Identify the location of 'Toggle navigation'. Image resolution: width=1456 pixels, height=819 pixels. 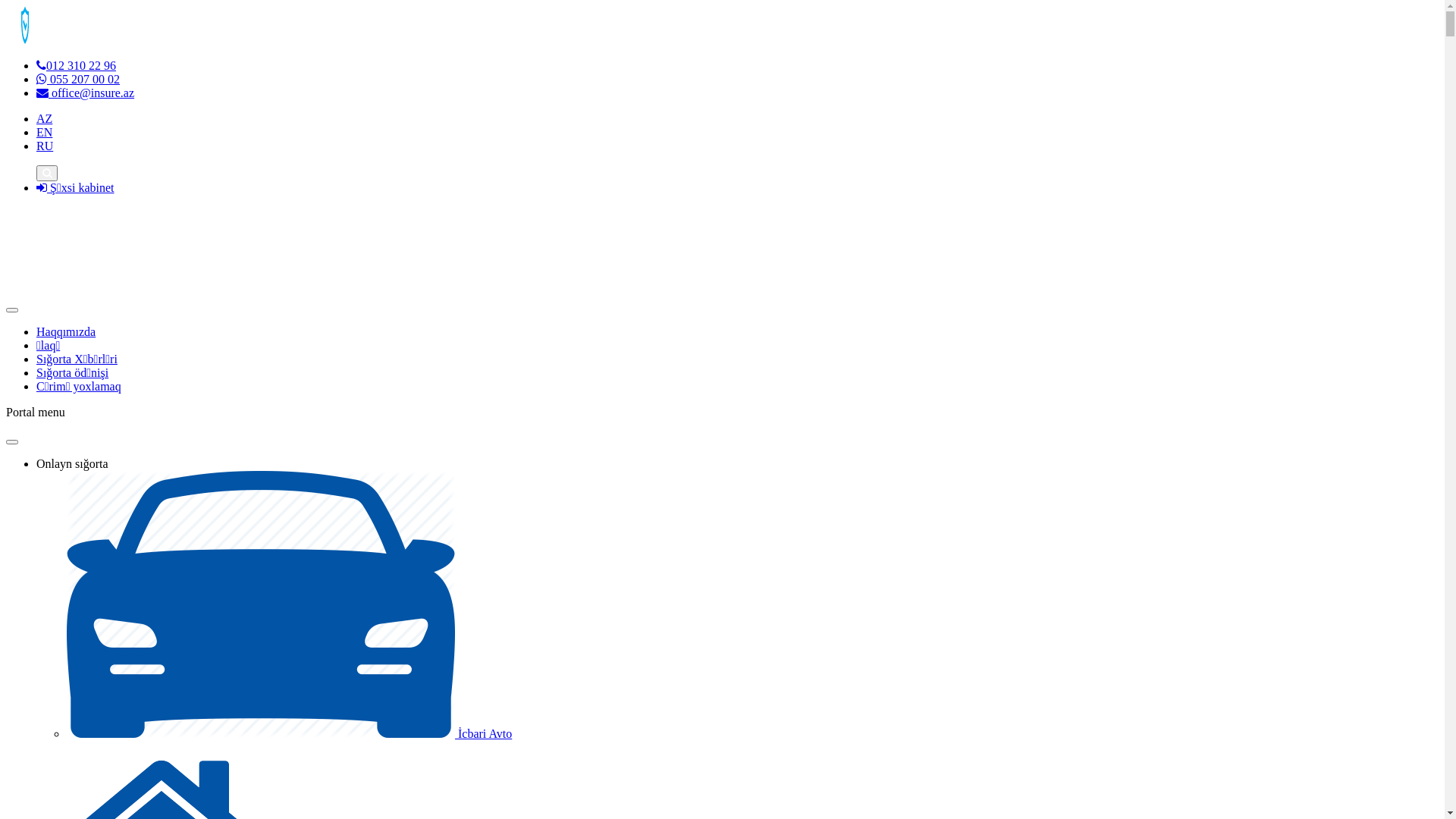
(11, 309).